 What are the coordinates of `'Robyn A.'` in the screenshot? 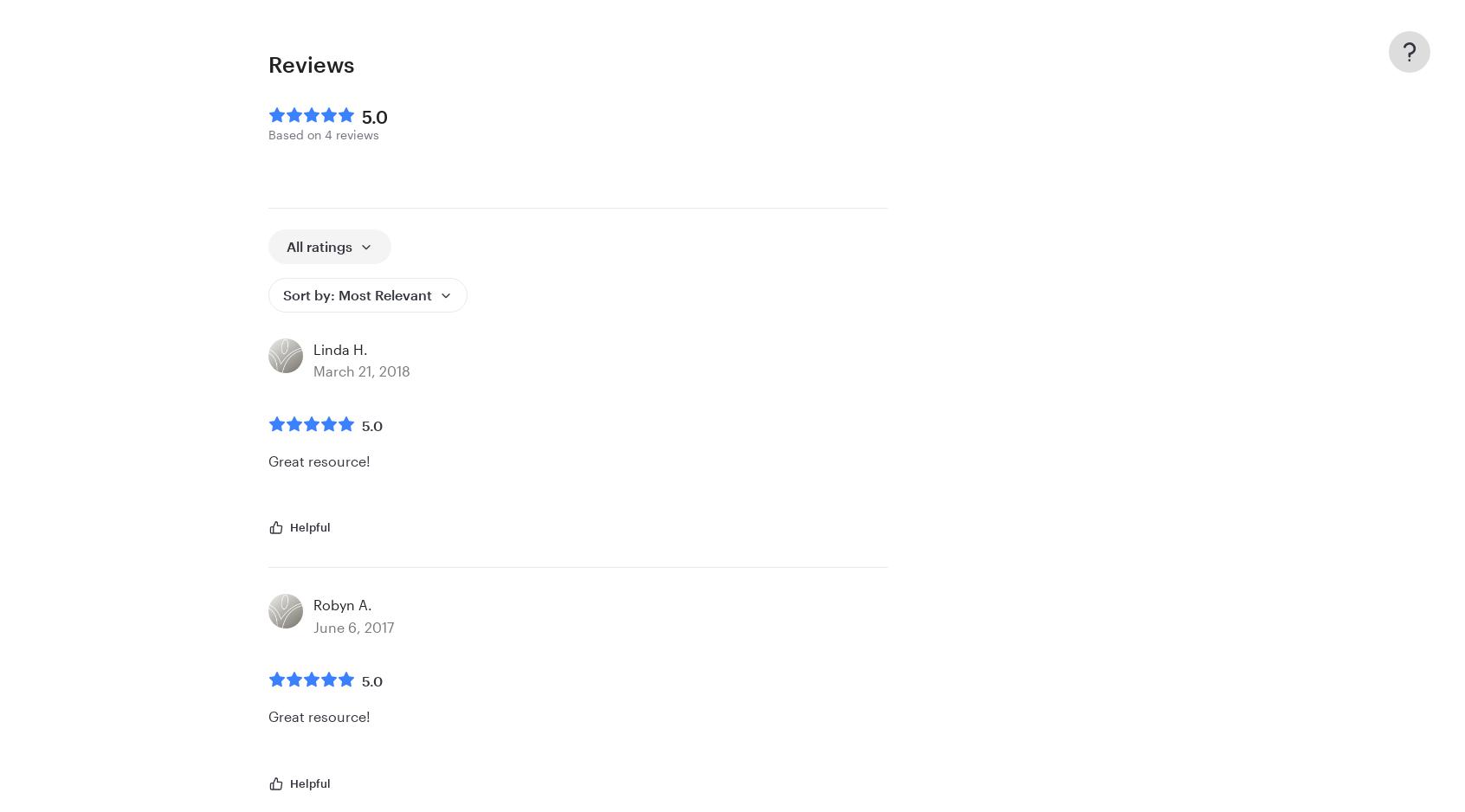 It's located at (342, 604).